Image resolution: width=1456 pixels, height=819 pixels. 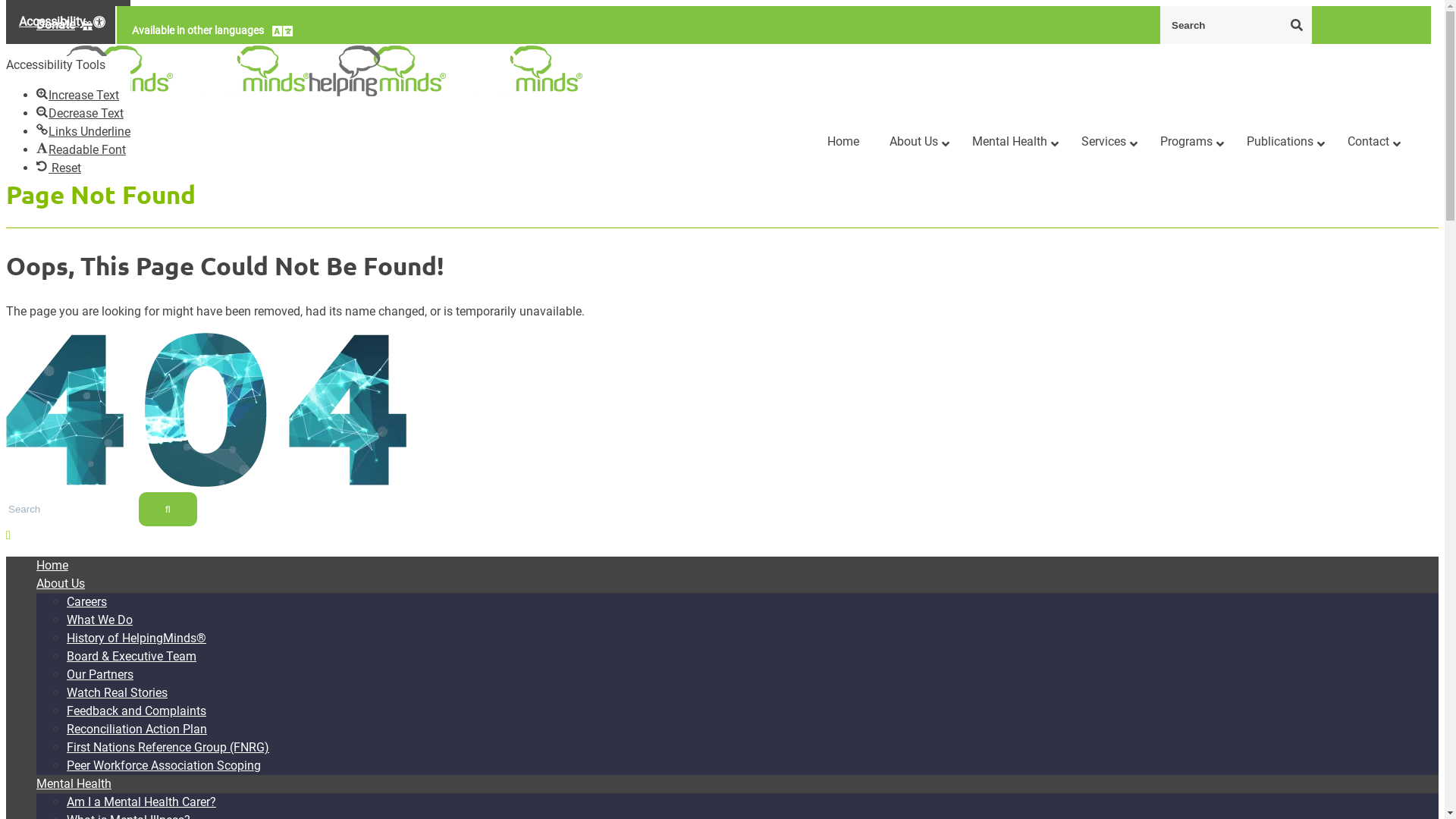 What do you see at coordinates (58, 168) in the screenshot?
I see `'Reset Reset'` at bounding box center [58, 168].